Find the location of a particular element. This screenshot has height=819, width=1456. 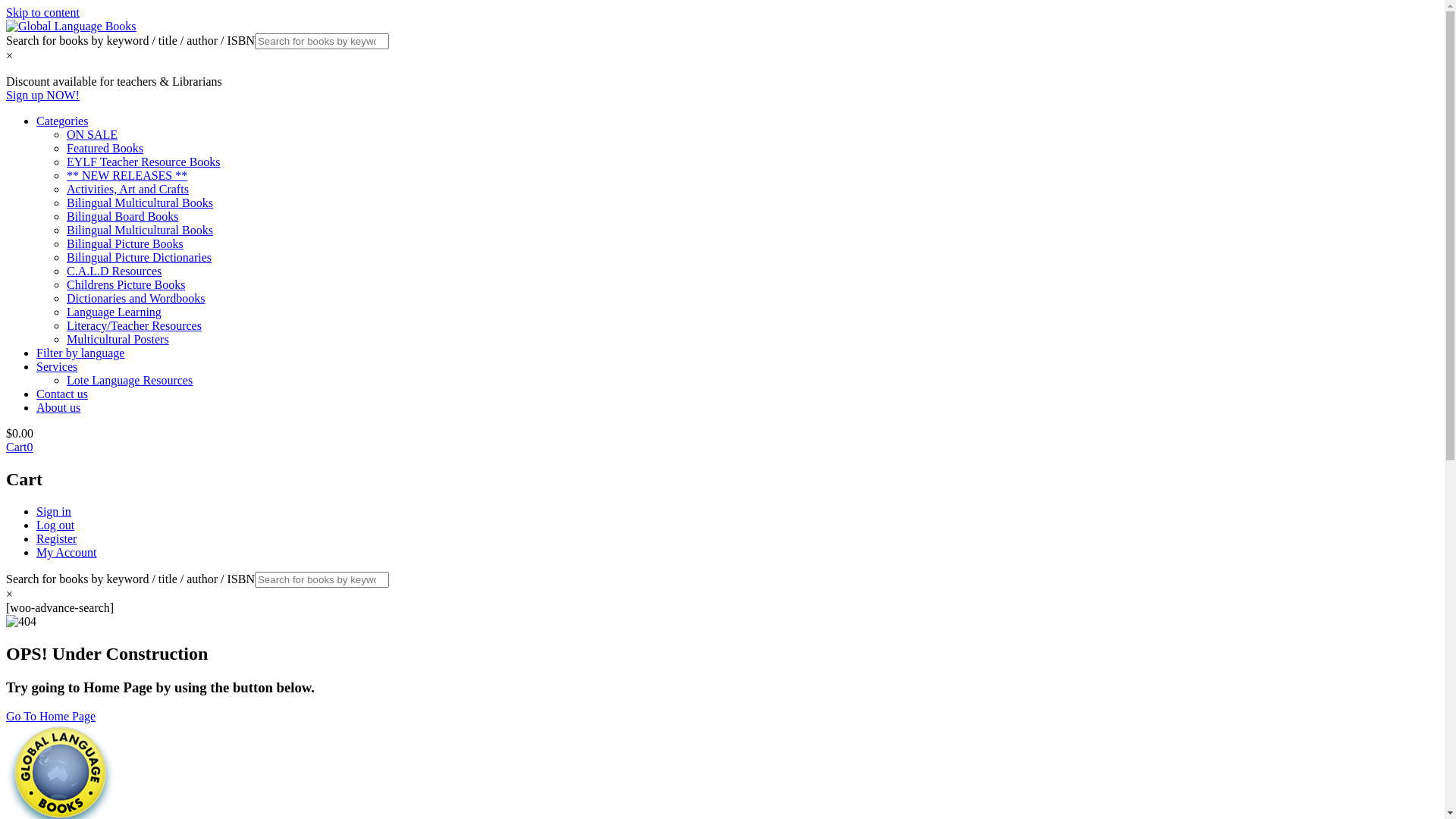

'Bilingual Multicultural Books' is located at coordinates (140, 202).